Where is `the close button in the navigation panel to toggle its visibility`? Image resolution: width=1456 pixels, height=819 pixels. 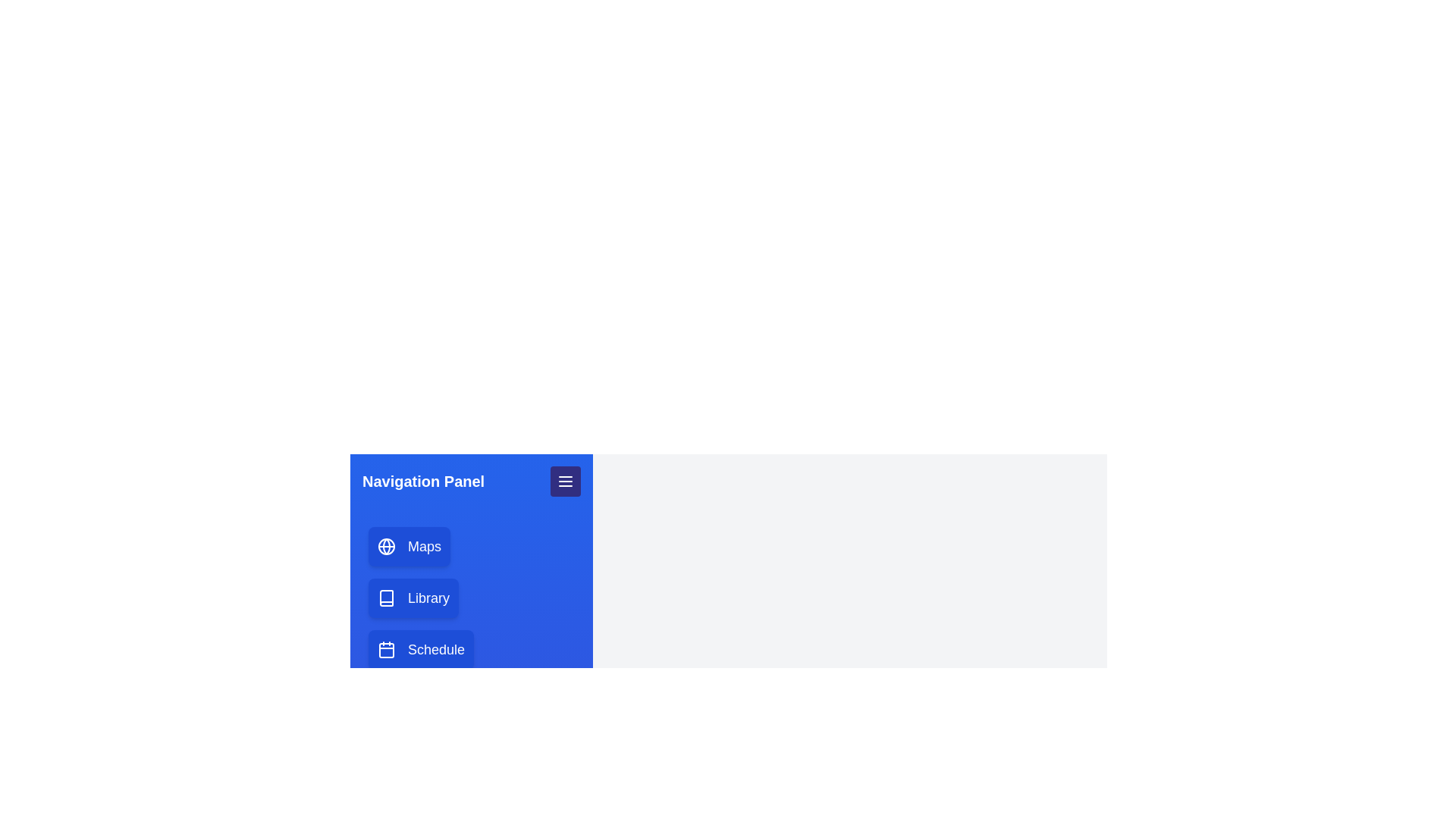 the close button in the navigation panel to toggle its visibility is located at coordinates (564, 482).